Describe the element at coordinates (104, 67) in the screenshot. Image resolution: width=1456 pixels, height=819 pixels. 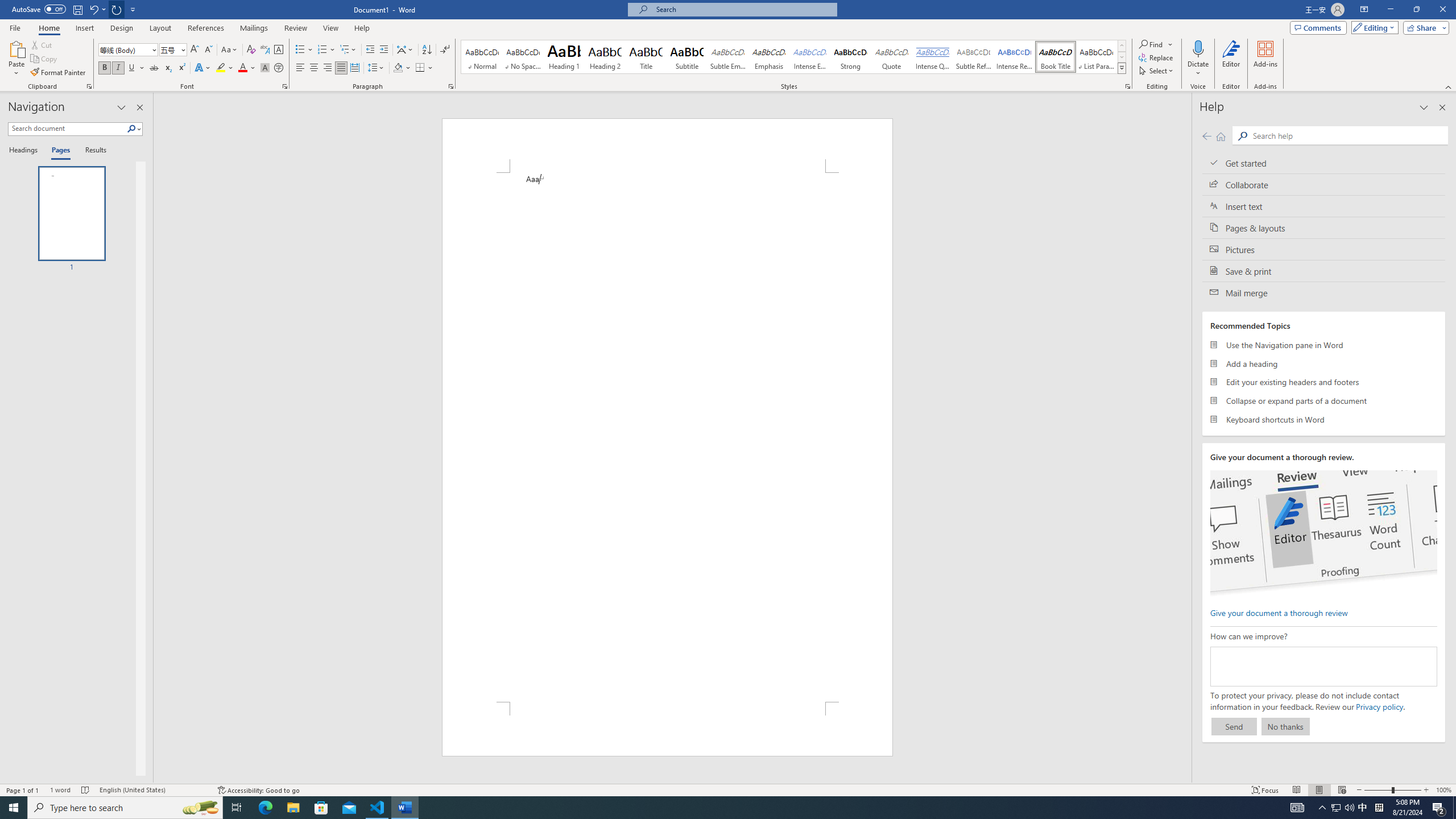
I see `'Bold'` at that location.